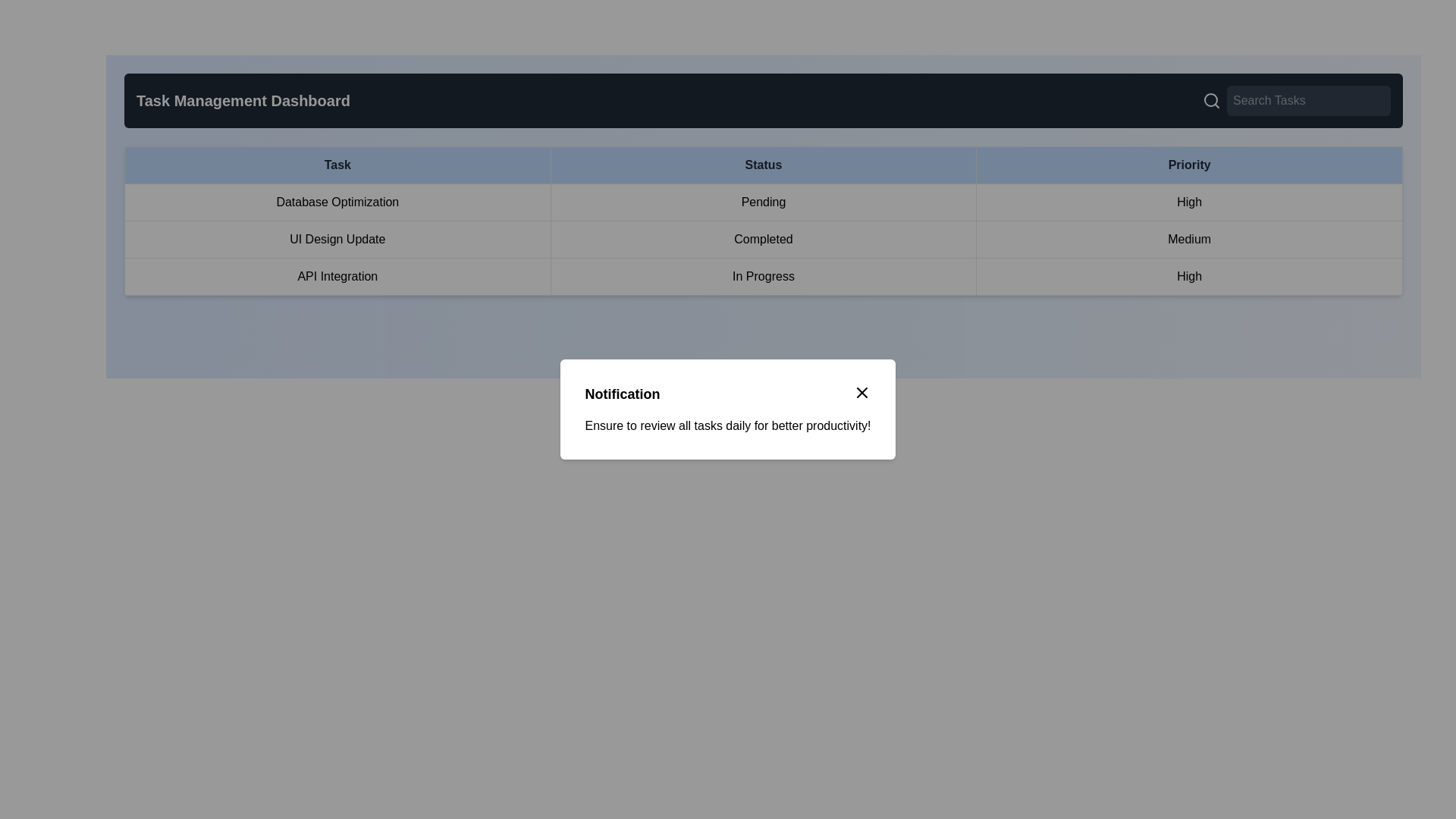  I want to click on displayed text 'UI Design Update' from the Text Display Field located in the second row of the table under the 'Task' column, so click(337, 239).